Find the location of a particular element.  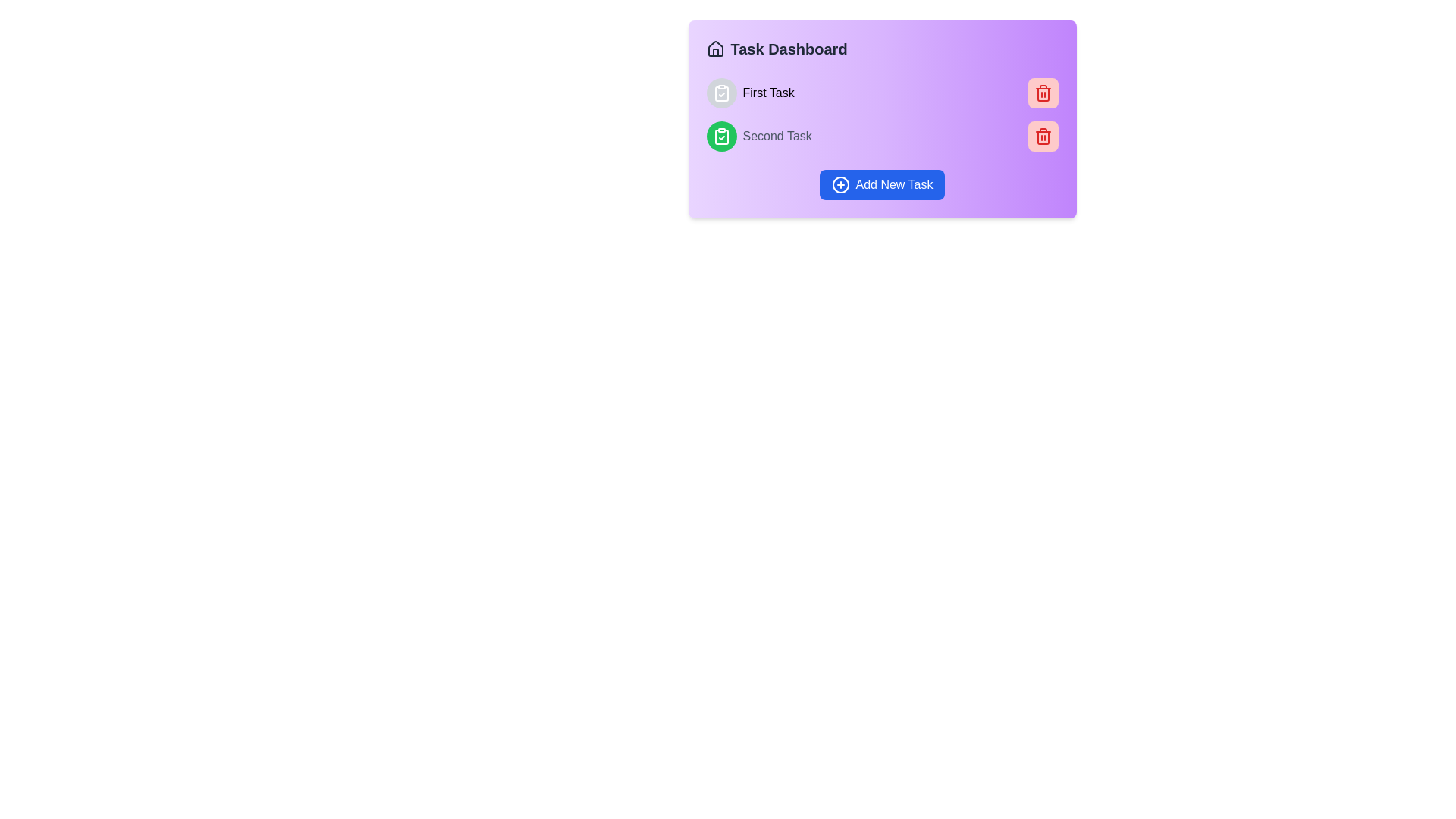

the green circular button icon that indicates the 'completed' status for the task adjacent to 'Second Task' in the 'Task Dashboard.' is located at coordinates (720, 136).